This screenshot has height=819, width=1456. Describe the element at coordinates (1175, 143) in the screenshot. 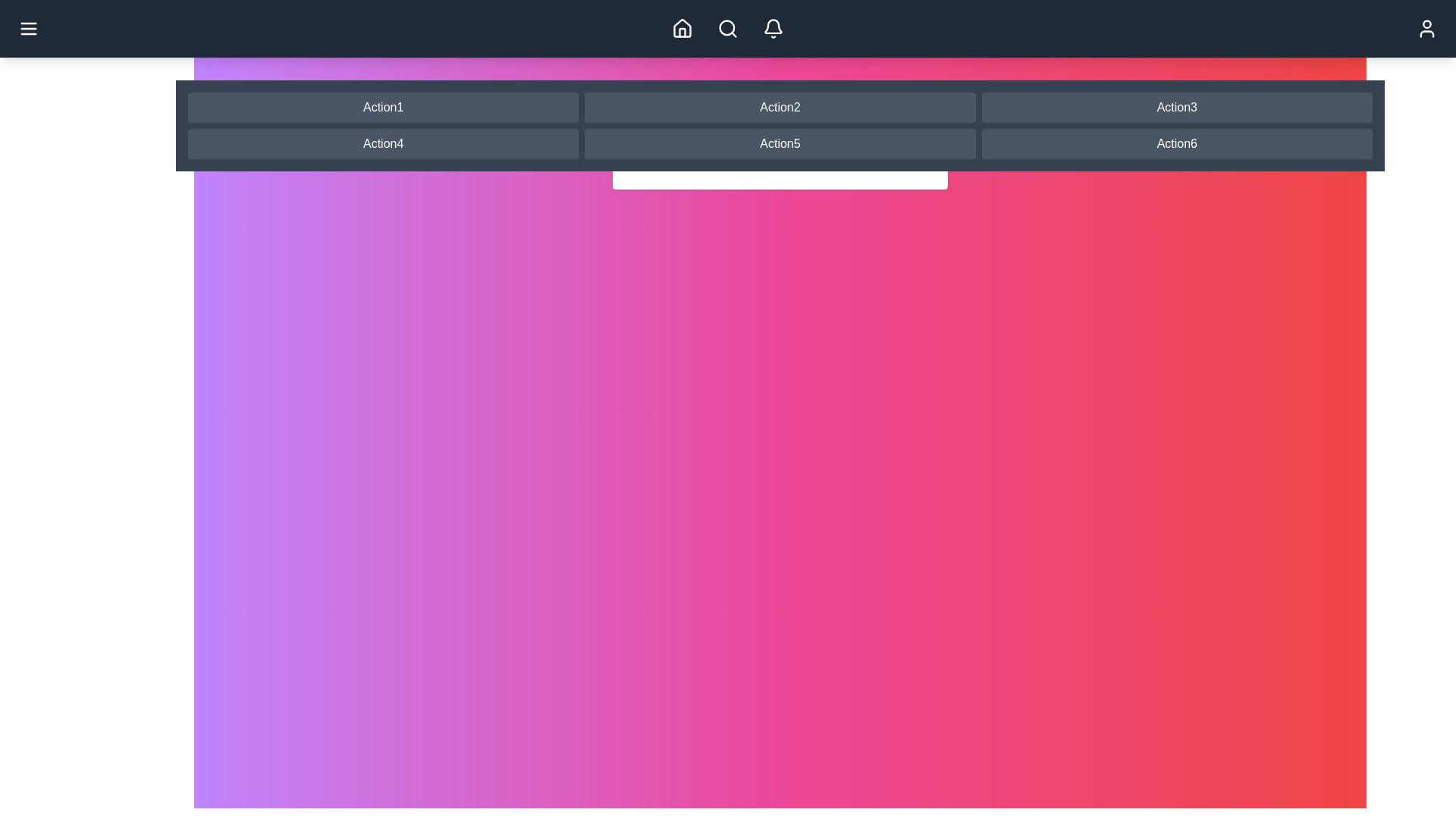

I see `the navigation button labeled Action6` at that location.